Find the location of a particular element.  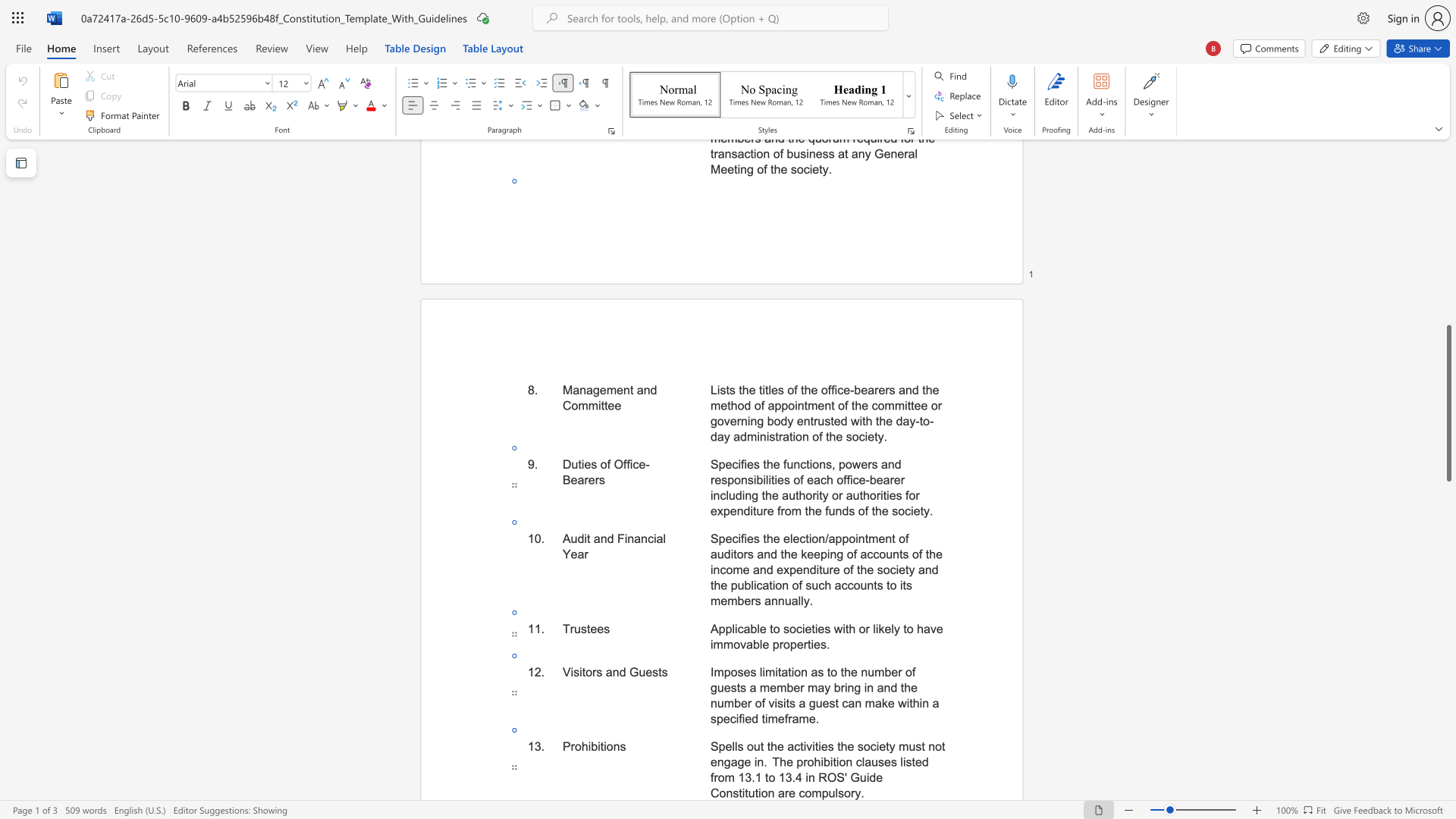

the 1th character "r" in the text is located at coordinates (804, 762).